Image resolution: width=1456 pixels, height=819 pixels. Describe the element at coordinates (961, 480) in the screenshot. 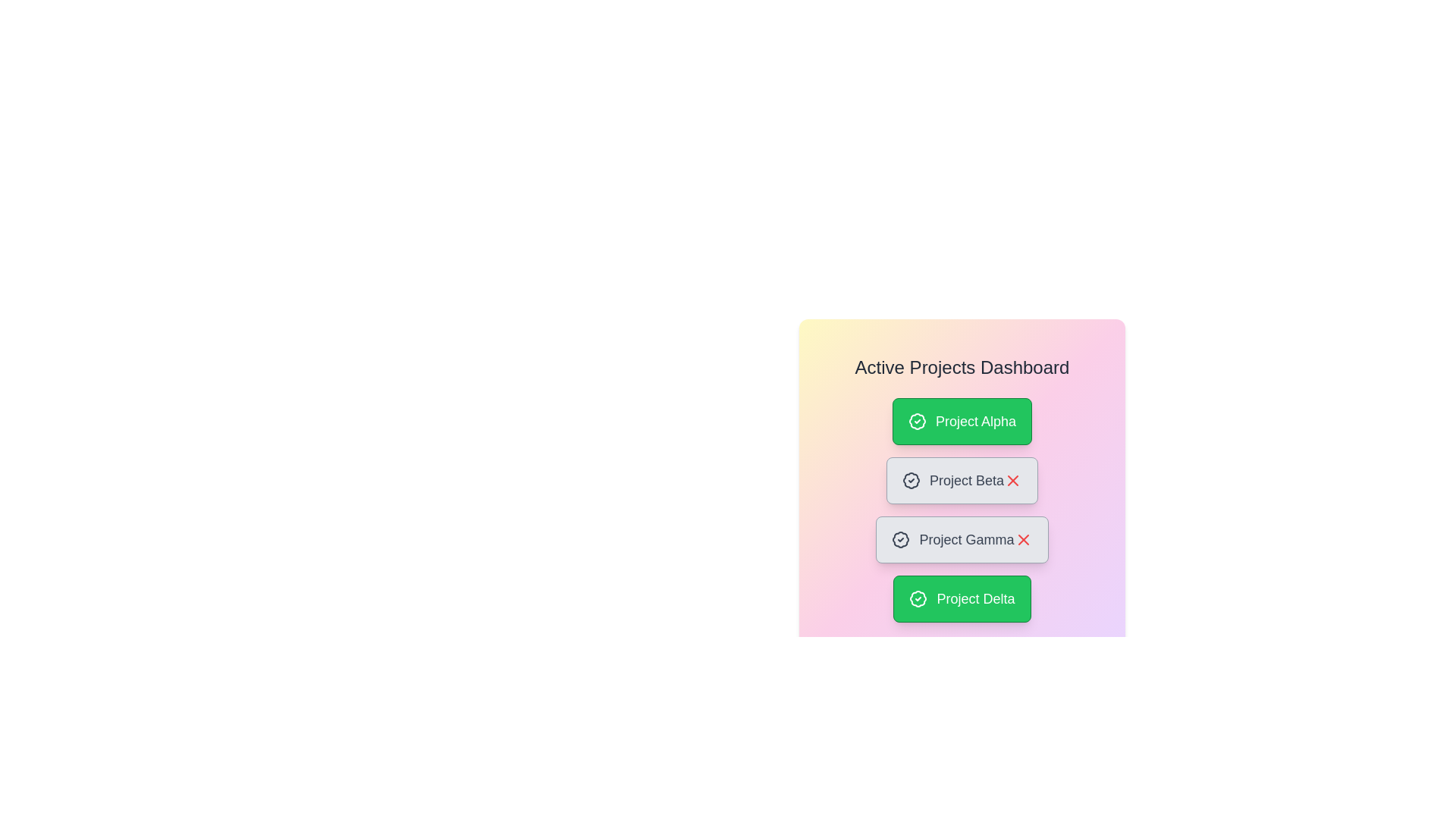

I see `the project card with label Project Beta` at that location.